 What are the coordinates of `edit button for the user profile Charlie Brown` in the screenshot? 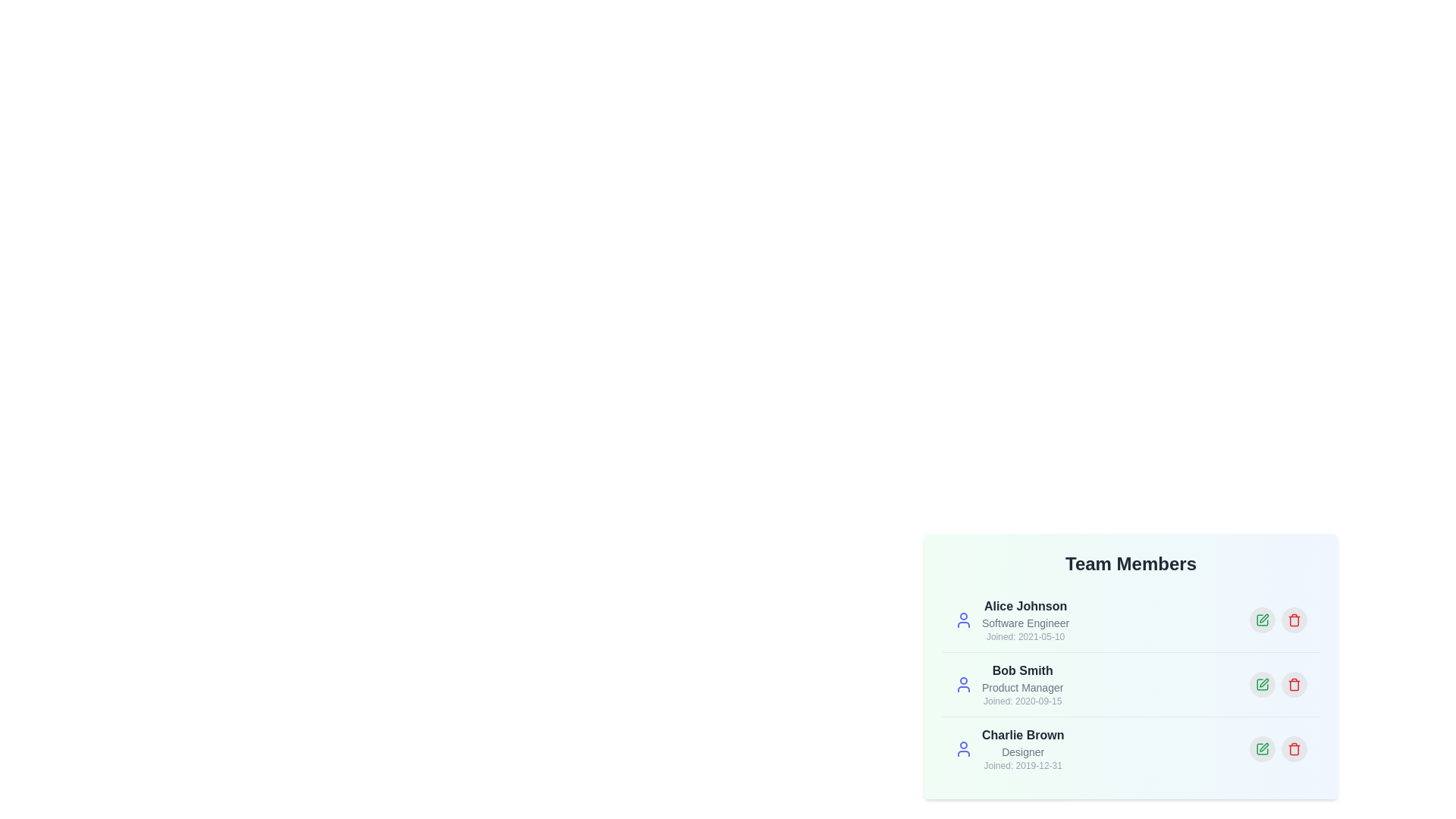 It's located at (1263, 748).